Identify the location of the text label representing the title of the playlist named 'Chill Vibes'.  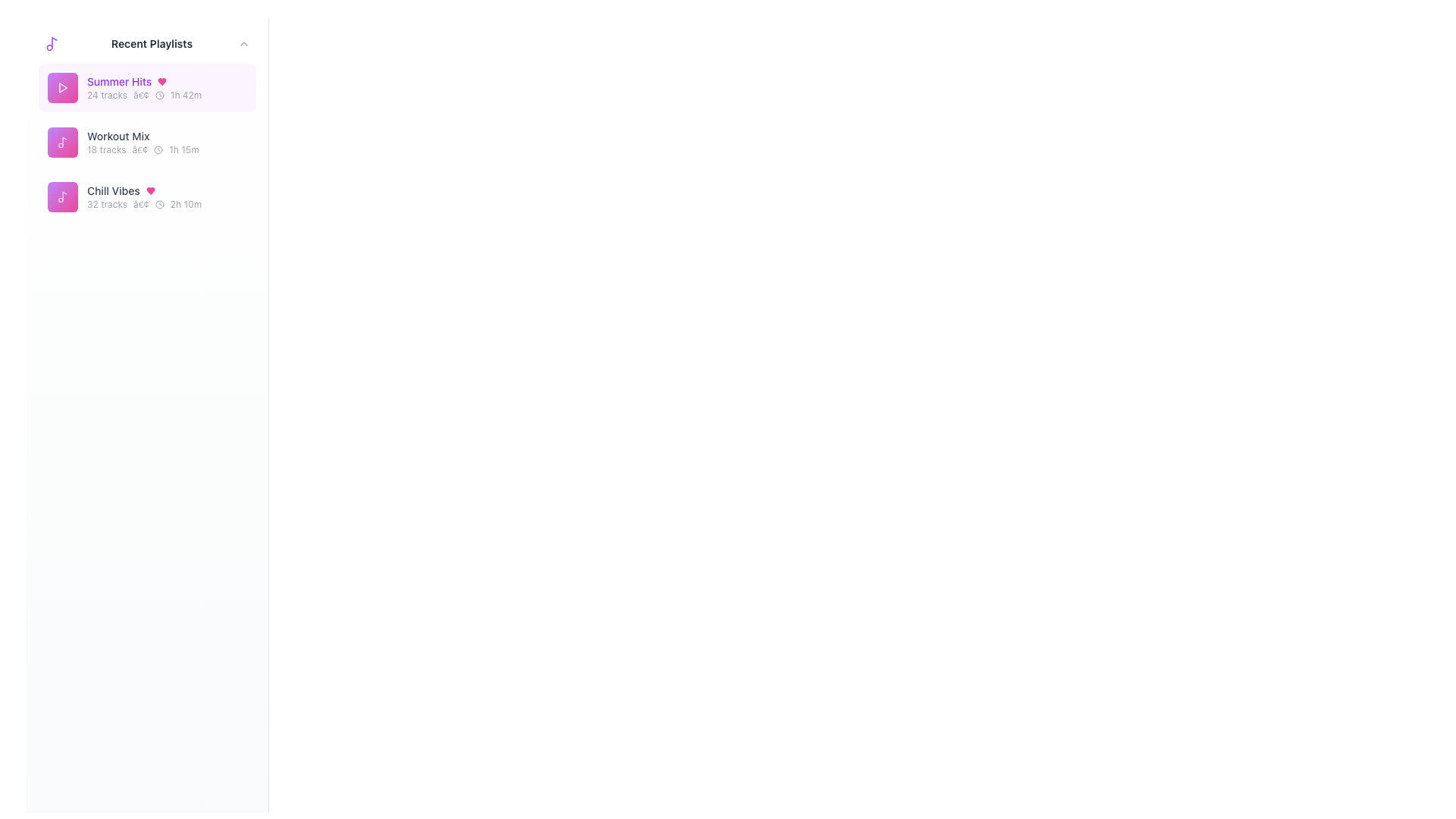
(112, 190).